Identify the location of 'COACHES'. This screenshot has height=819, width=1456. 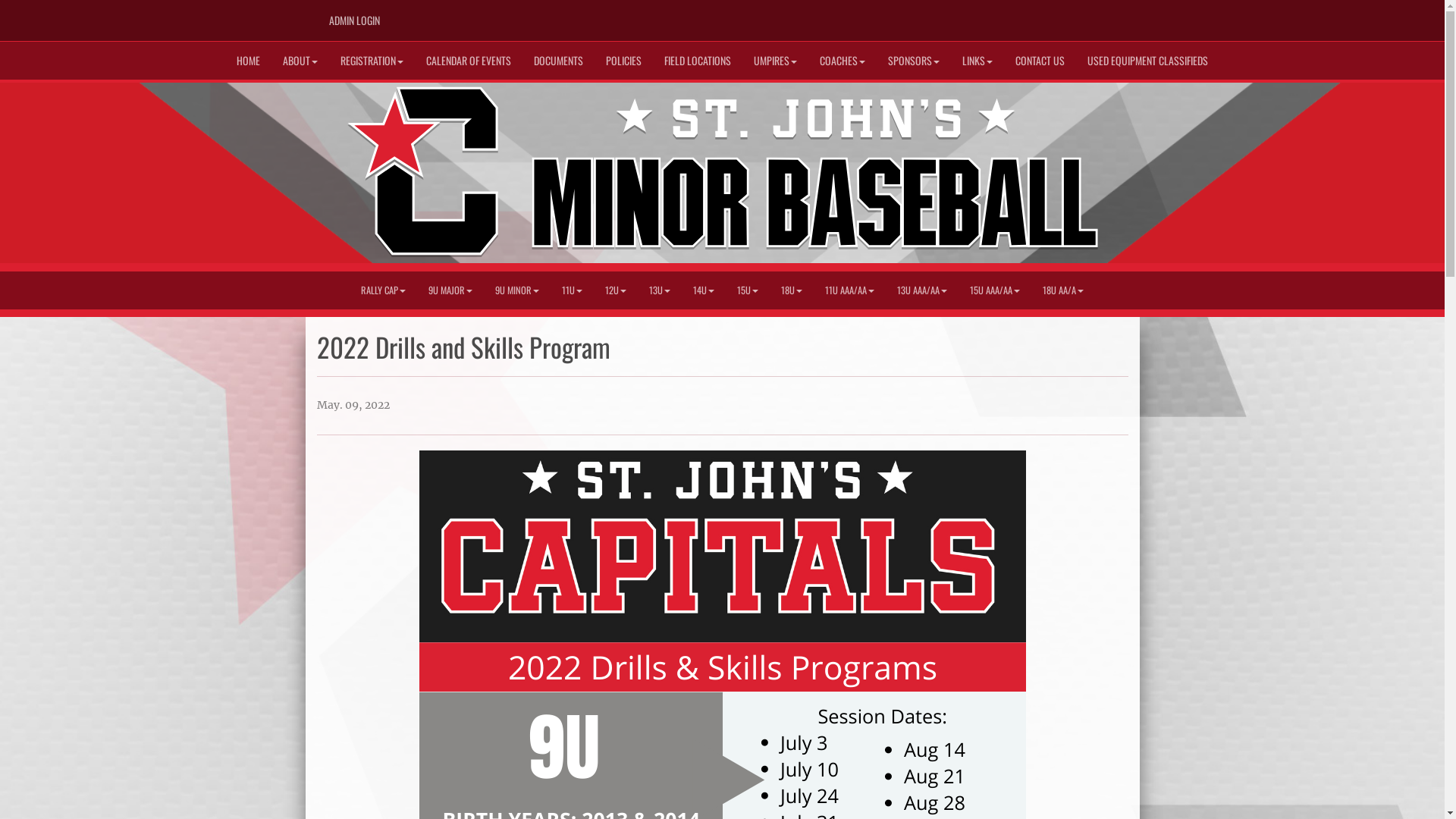
(841, 60).